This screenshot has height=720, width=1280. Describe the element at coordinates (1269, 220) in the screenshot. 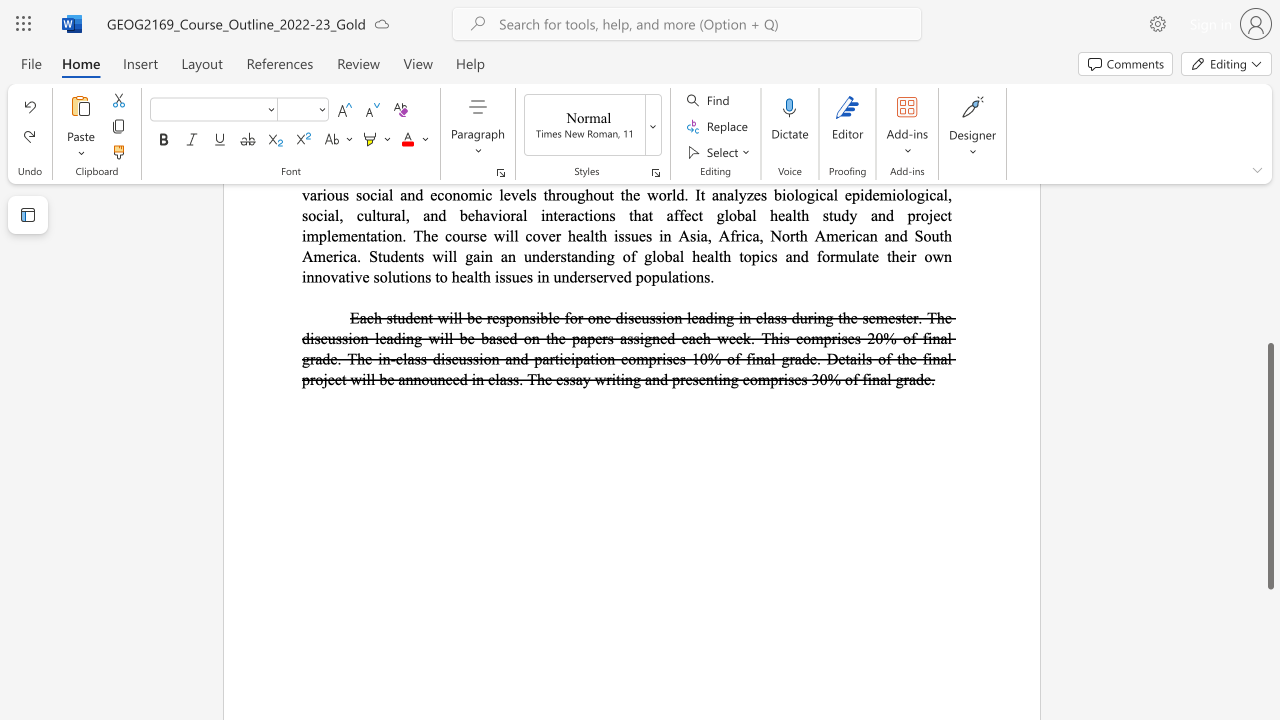

I see `the scrollbar on the right side to scroll the page up` at that location.